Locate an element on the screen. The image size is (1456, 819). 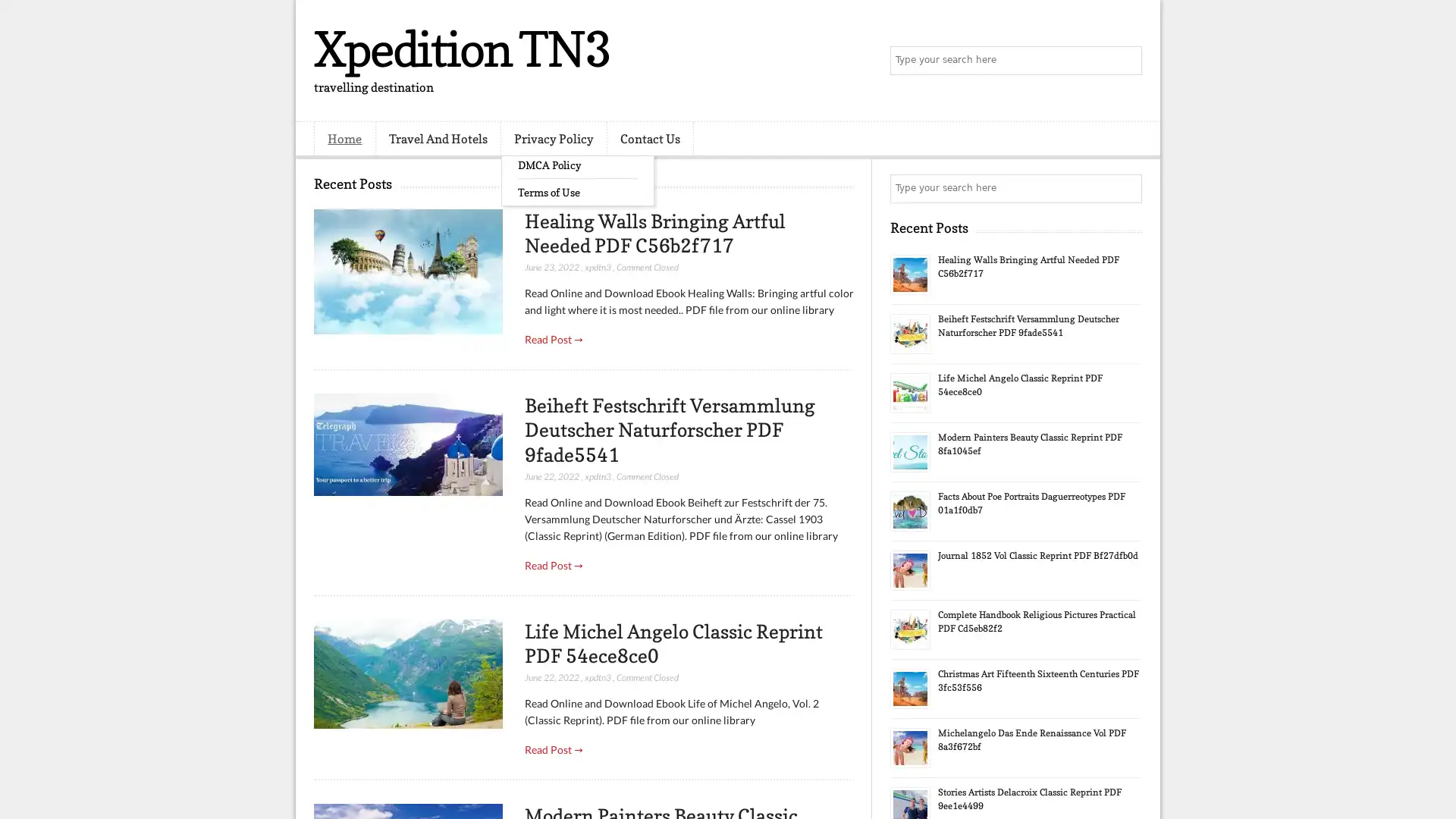
Search is located at coordinates (1126, 61).